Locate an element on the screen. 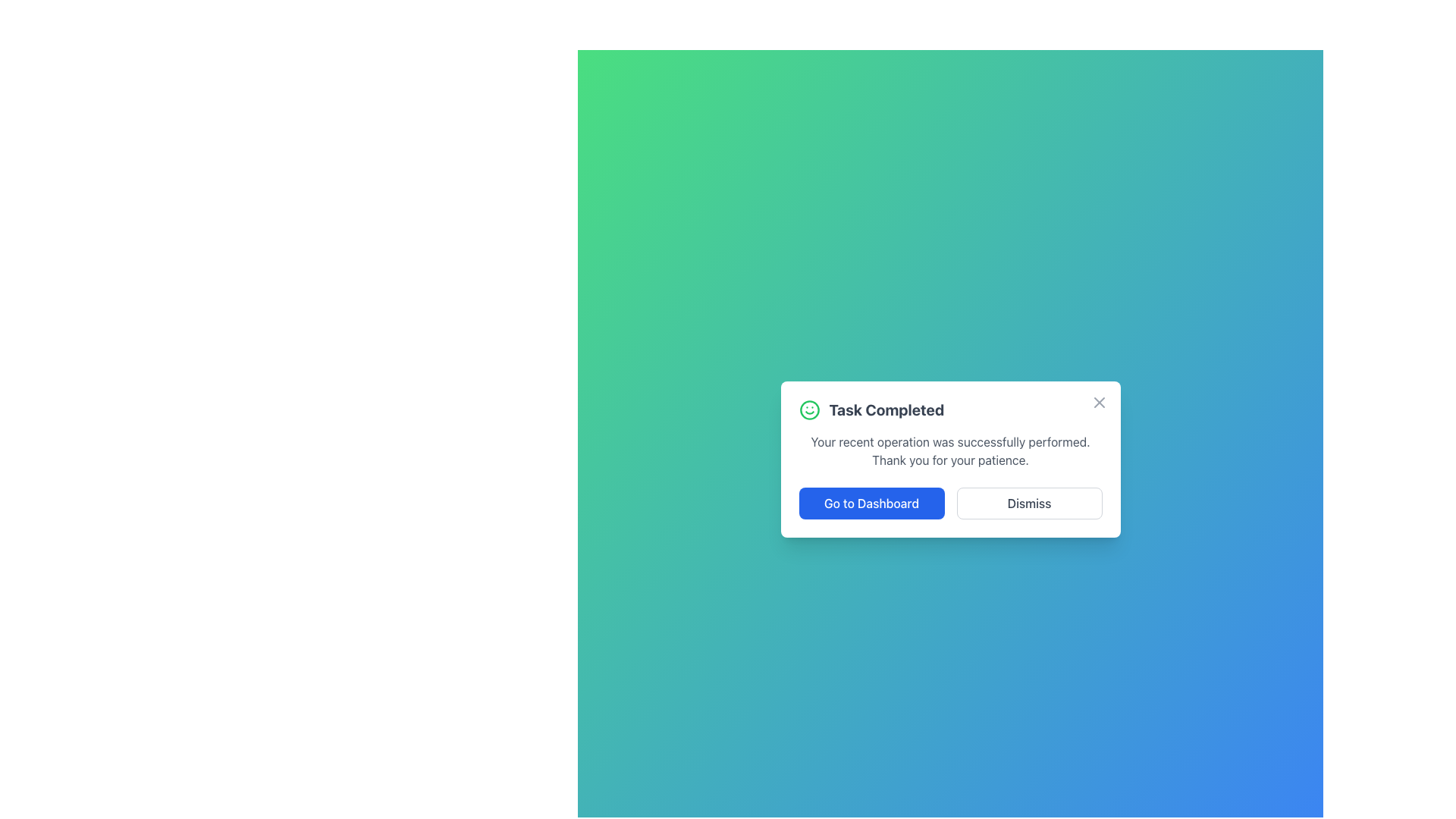 This screenshot has width=1456, height=819. the Text Label that indicates task completion, which is located in the upper section of the modal dialog, next to a green smiley symbol is located at coordinates (886, 409).